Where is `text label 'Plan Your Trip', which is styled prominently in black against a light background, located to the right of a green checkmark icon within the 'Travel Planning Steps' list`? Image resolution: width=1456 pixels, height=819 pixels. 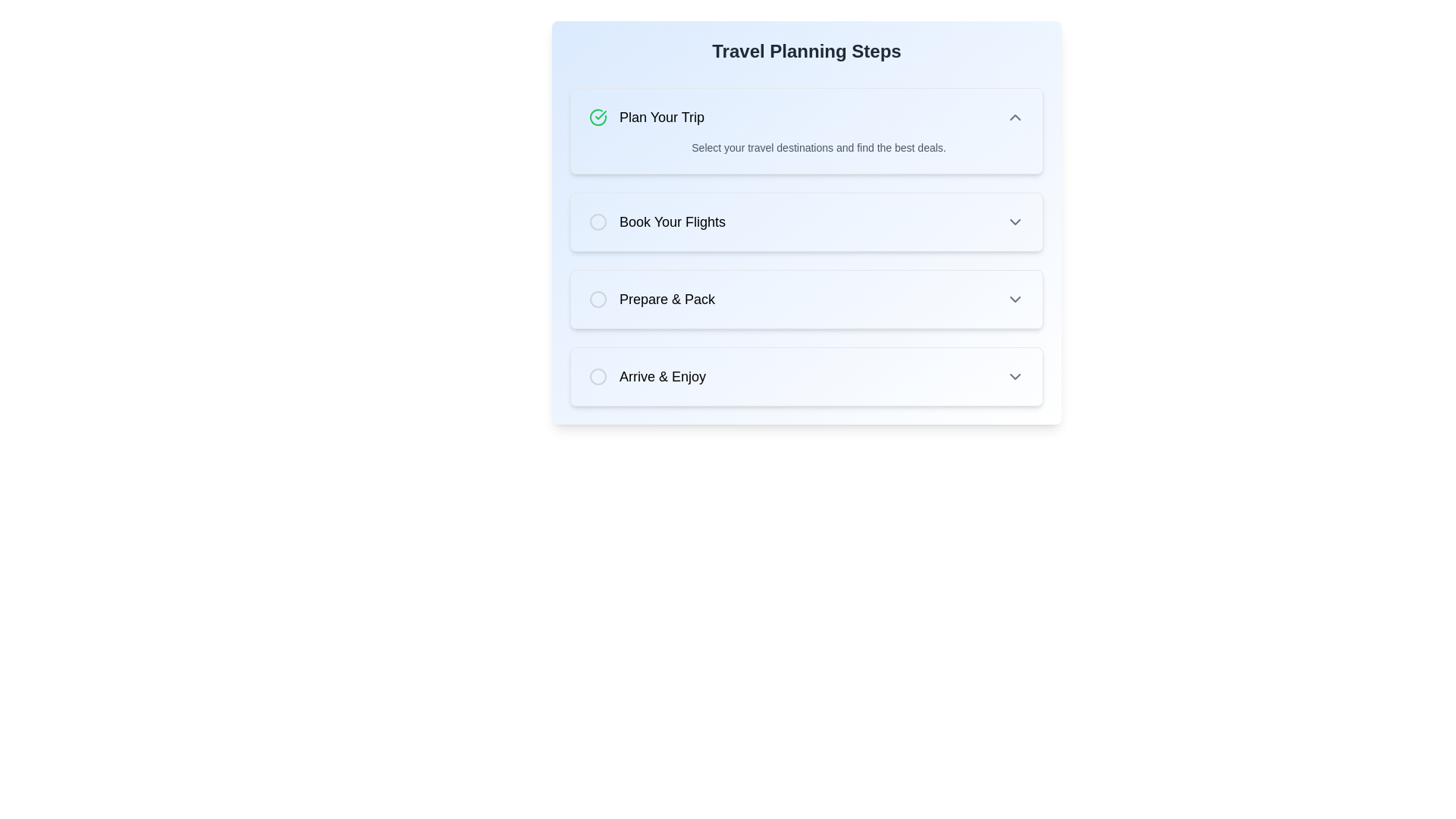 text label 'Plan Your Trip', which is styled prominently in black against a light background, located to the right of a green checkmark icon within the 'Travel Planning Steps' list is located at coordinates (662, 116).